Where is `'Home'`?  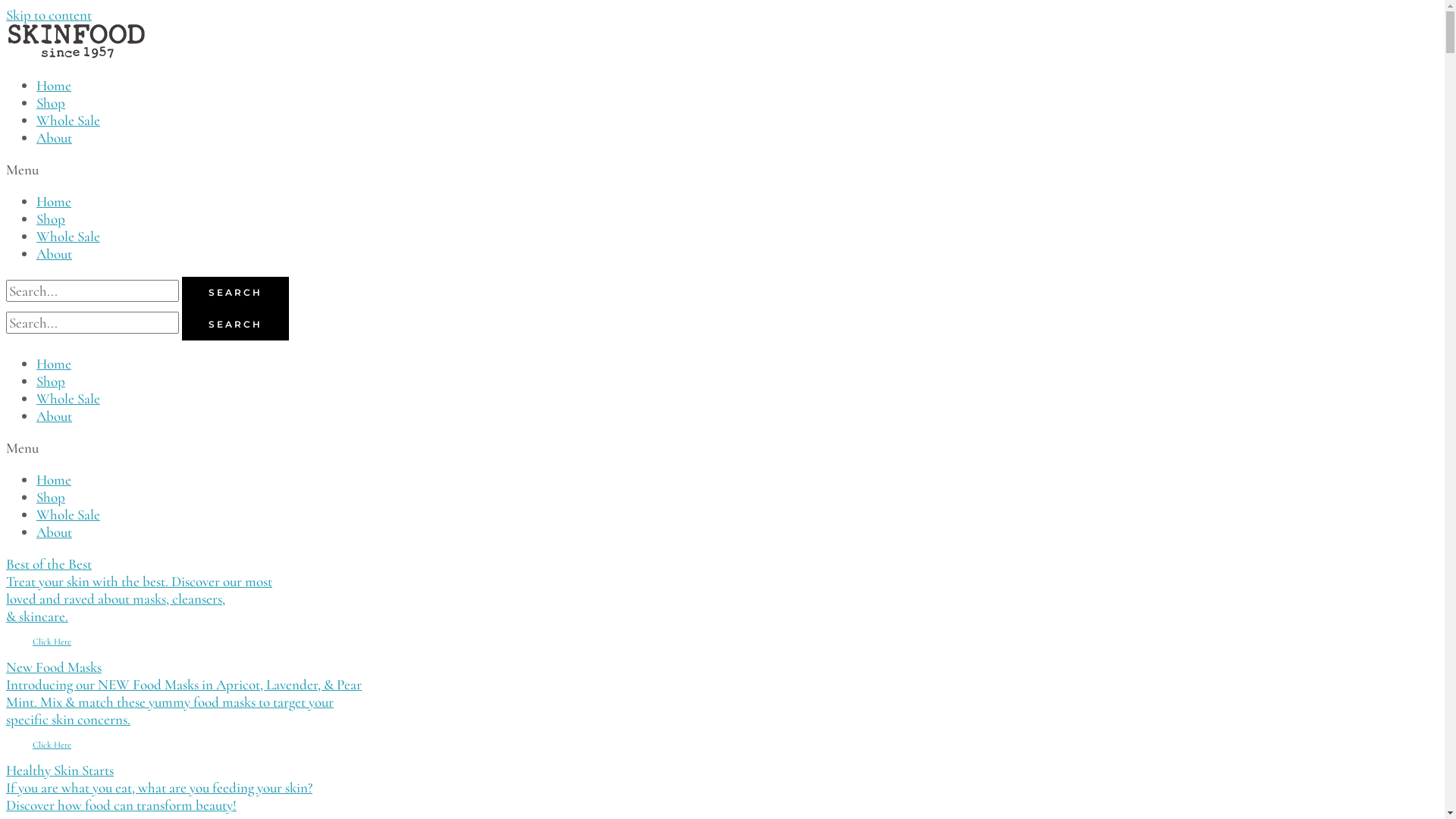
'Home' is located at coordinates (36, 479).